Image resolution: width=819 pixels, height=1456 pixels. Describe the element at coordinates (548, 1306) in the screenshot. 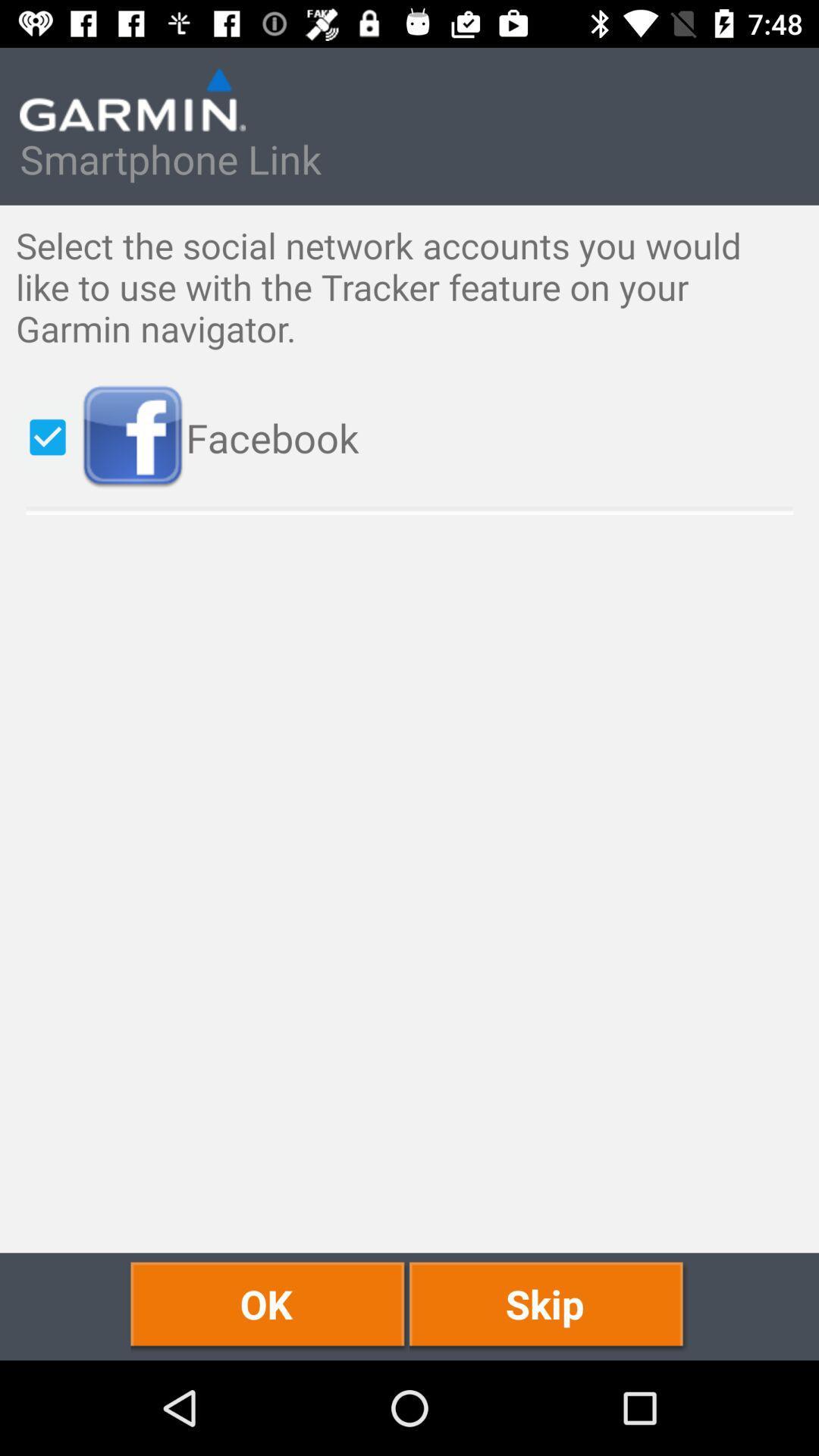

I see `the item next to ok item` at that location.